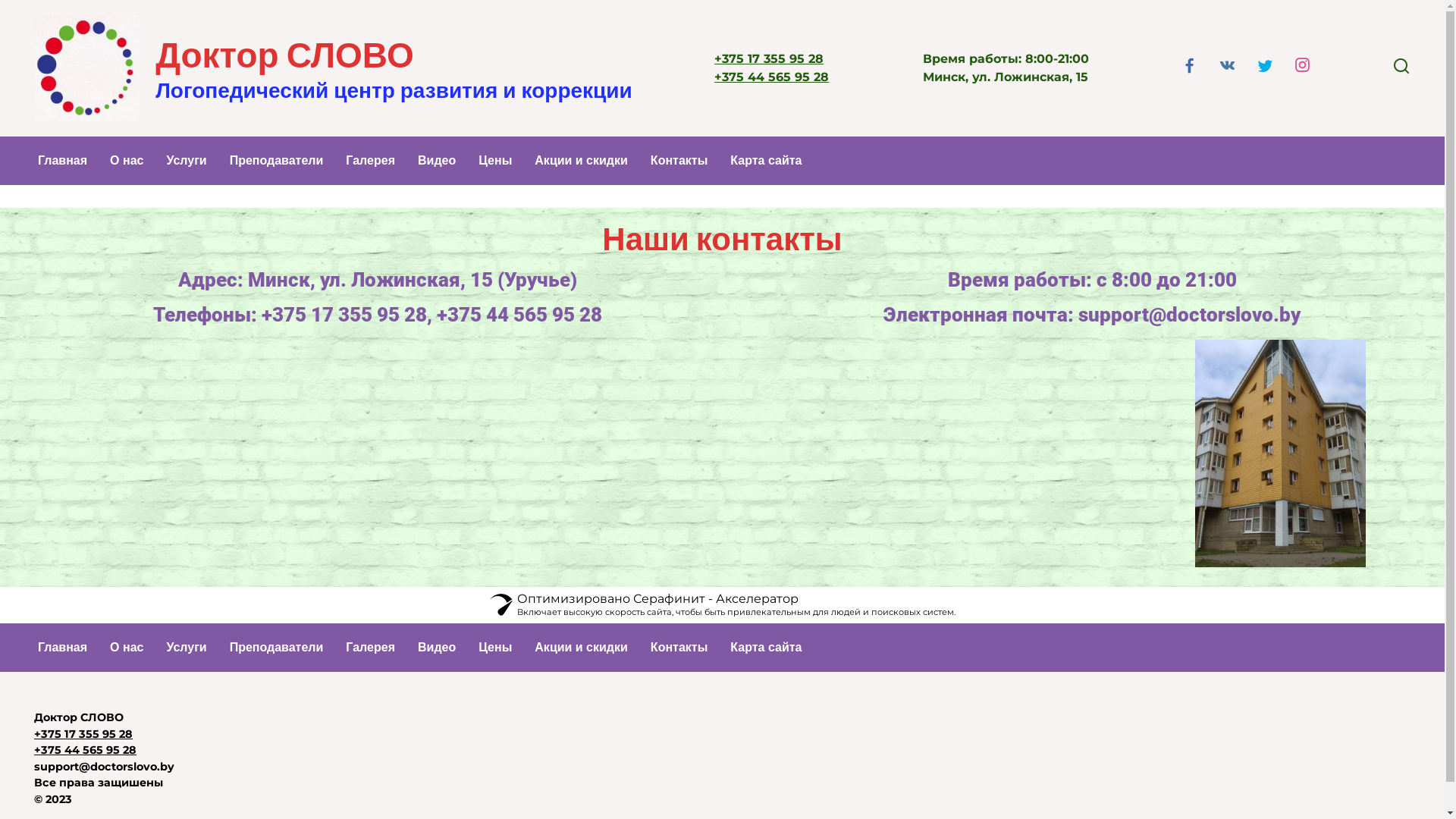 This screenshot has width=1456, height=819. Describe the element at coordinates (83, 733) in the screenshot. I see `'+375 17 355 95 28'` at that location.